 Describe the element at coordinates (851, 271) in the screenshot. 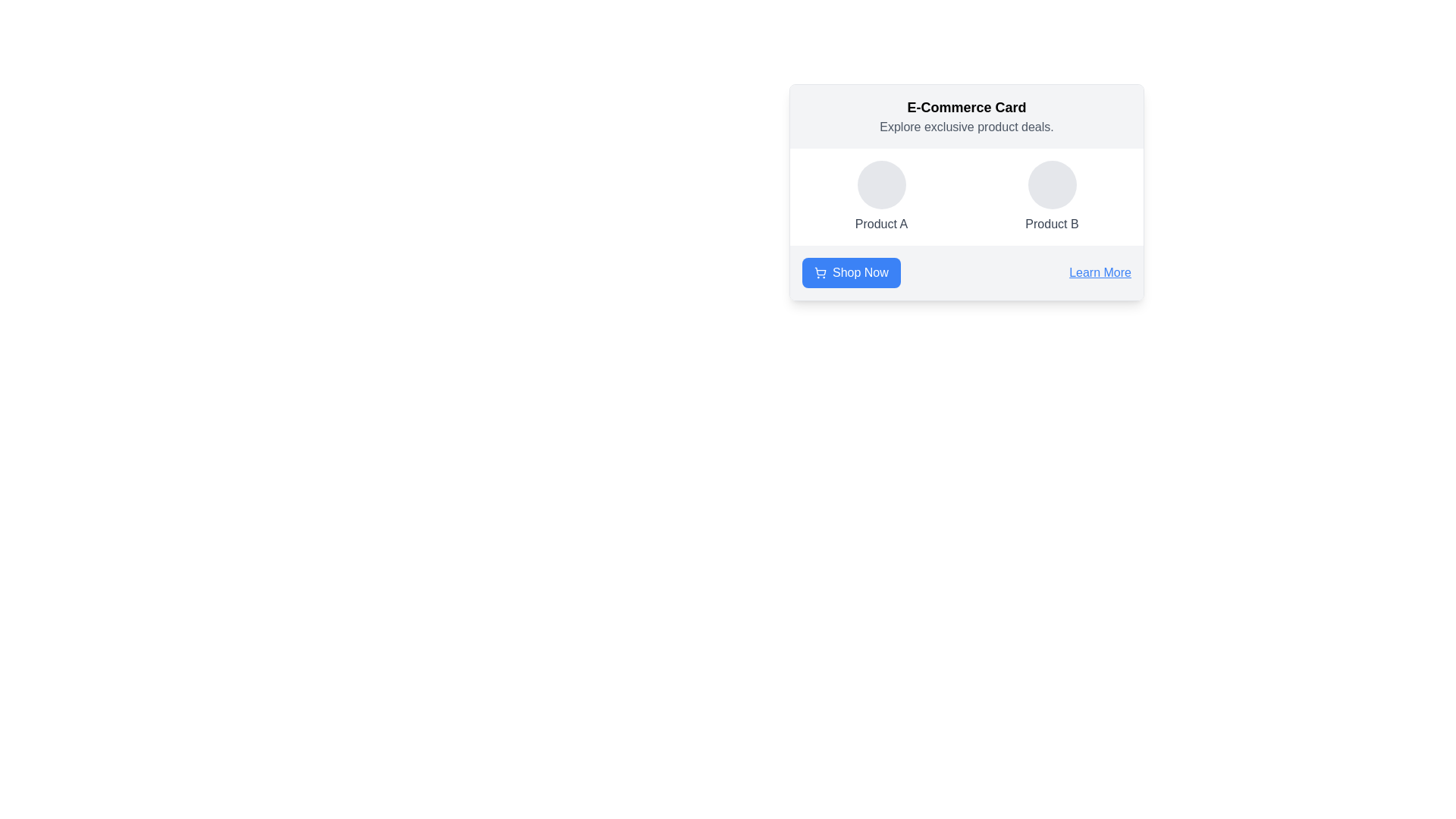

I see `the call-to-action button that navigates users to a shopping or product-related page` at that location.